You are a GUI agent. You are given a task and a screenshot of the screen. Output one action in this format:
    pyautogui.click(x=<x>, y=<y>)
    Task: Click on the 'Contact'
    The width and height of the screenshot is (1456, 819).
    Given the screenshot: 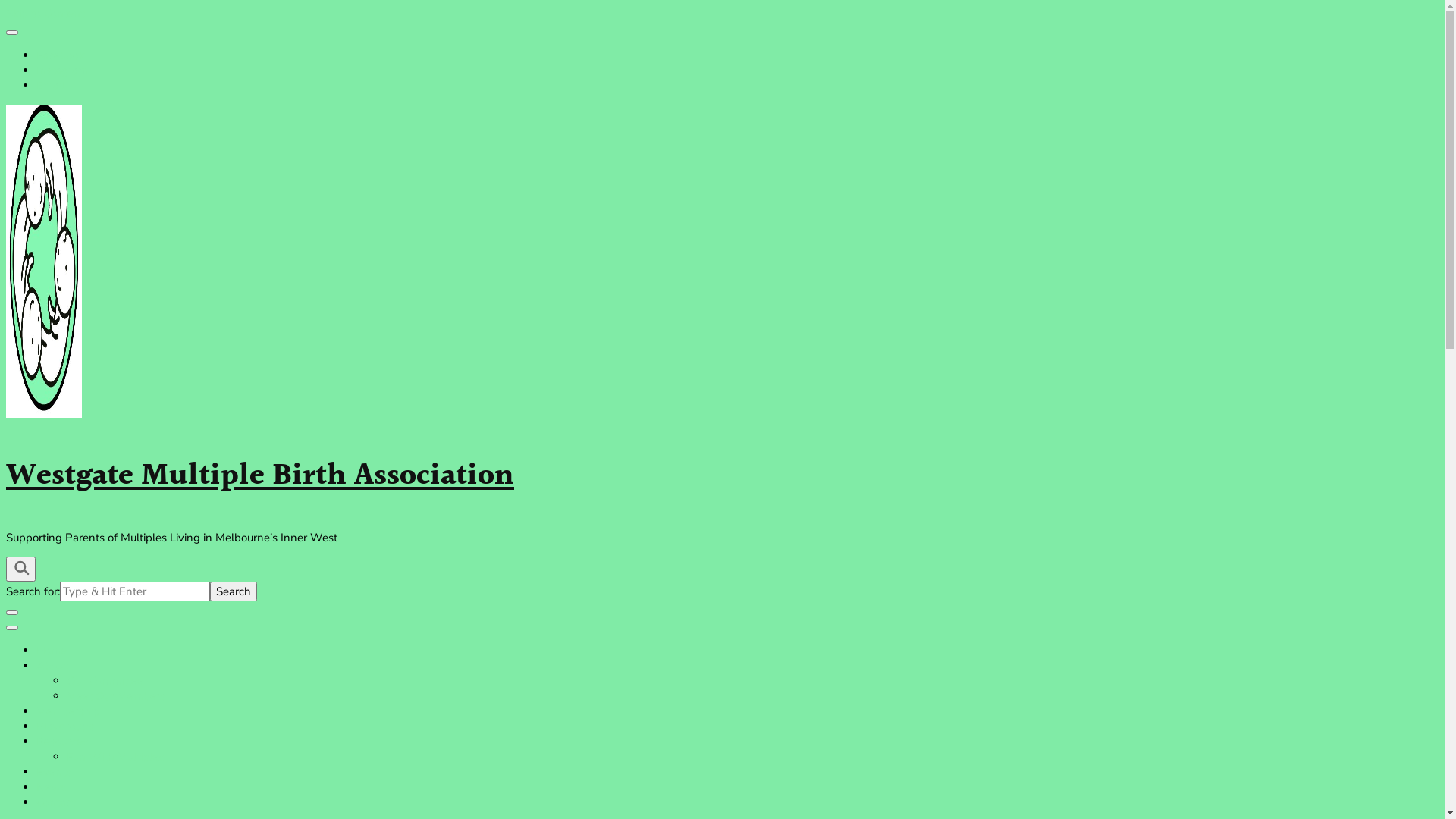 What is the action you would take?
    pyautogui.click(x=55, y=801)
    